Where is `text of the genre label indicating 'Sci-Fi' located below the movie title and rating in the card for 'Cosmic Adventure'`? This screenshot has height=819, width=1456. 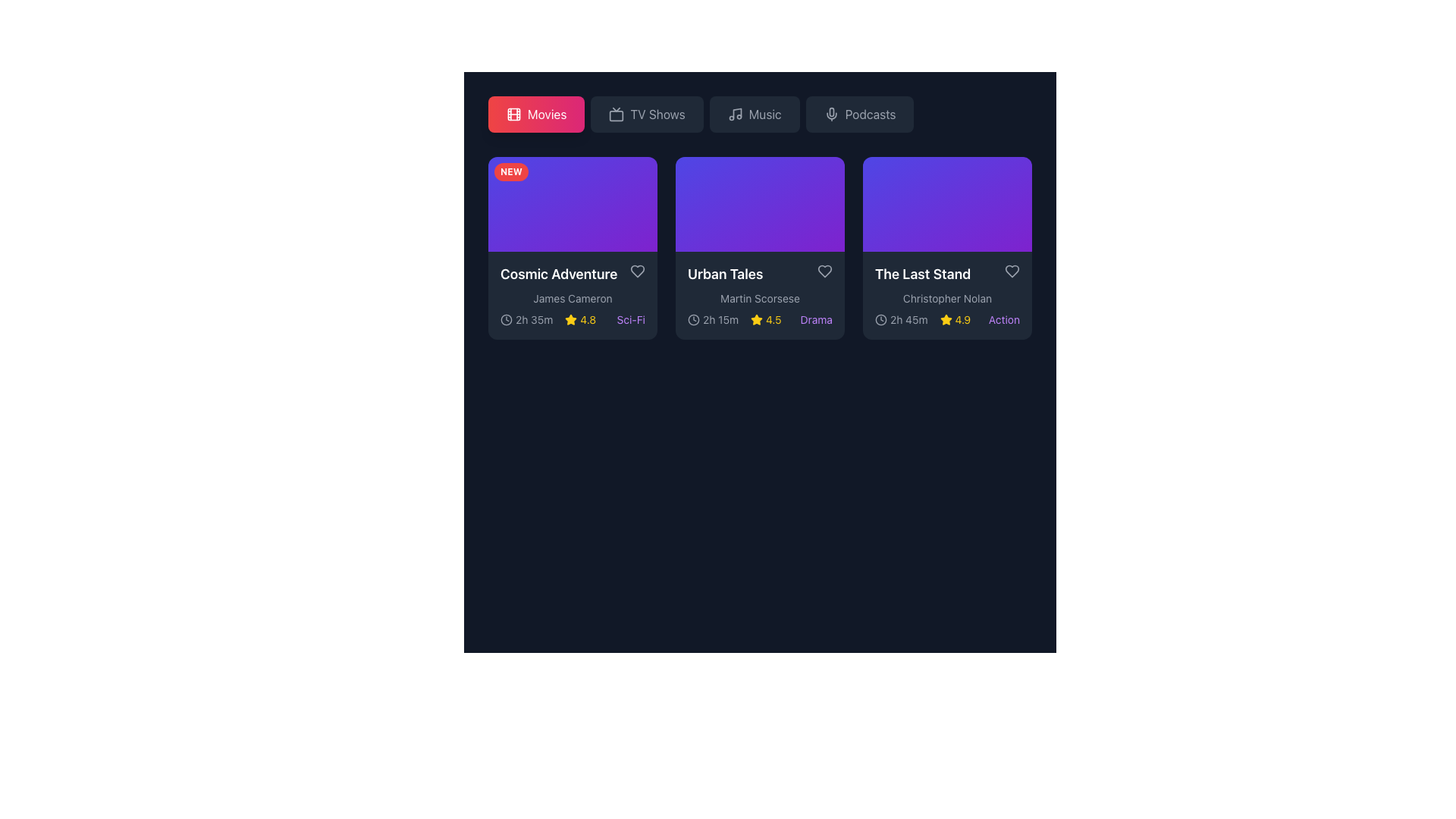
text of the genre label indicating 'Sci-Fi' located below the movie title and rating in the card for 'Cosmic Adventure' is located at coordinates (631, 319).